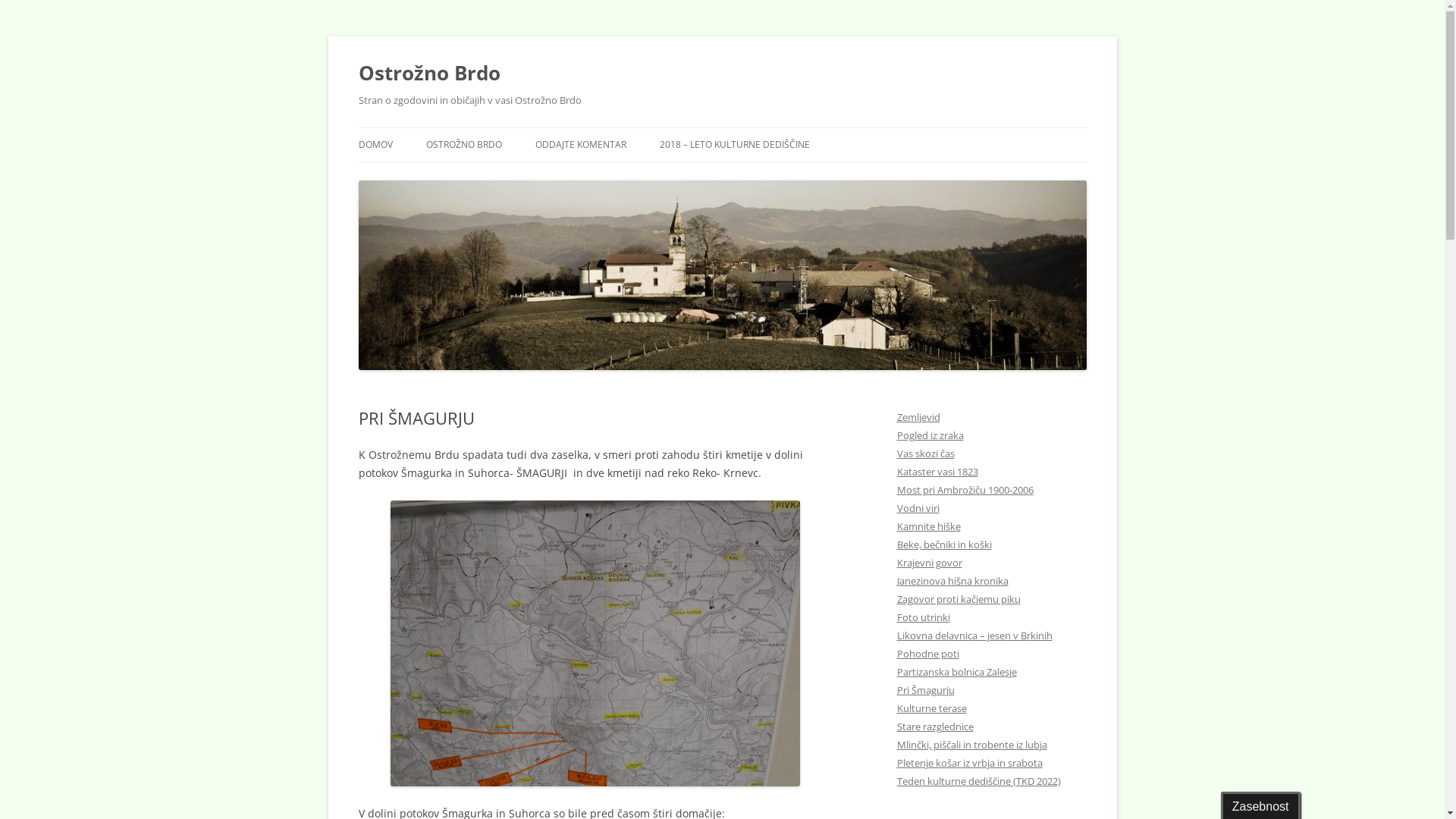 Image resolution: width=1456 pixels, height=819 pixels. Describe the element at coordinates (375, 145) in the screenshot. I see `'DOMOV'` at that location.